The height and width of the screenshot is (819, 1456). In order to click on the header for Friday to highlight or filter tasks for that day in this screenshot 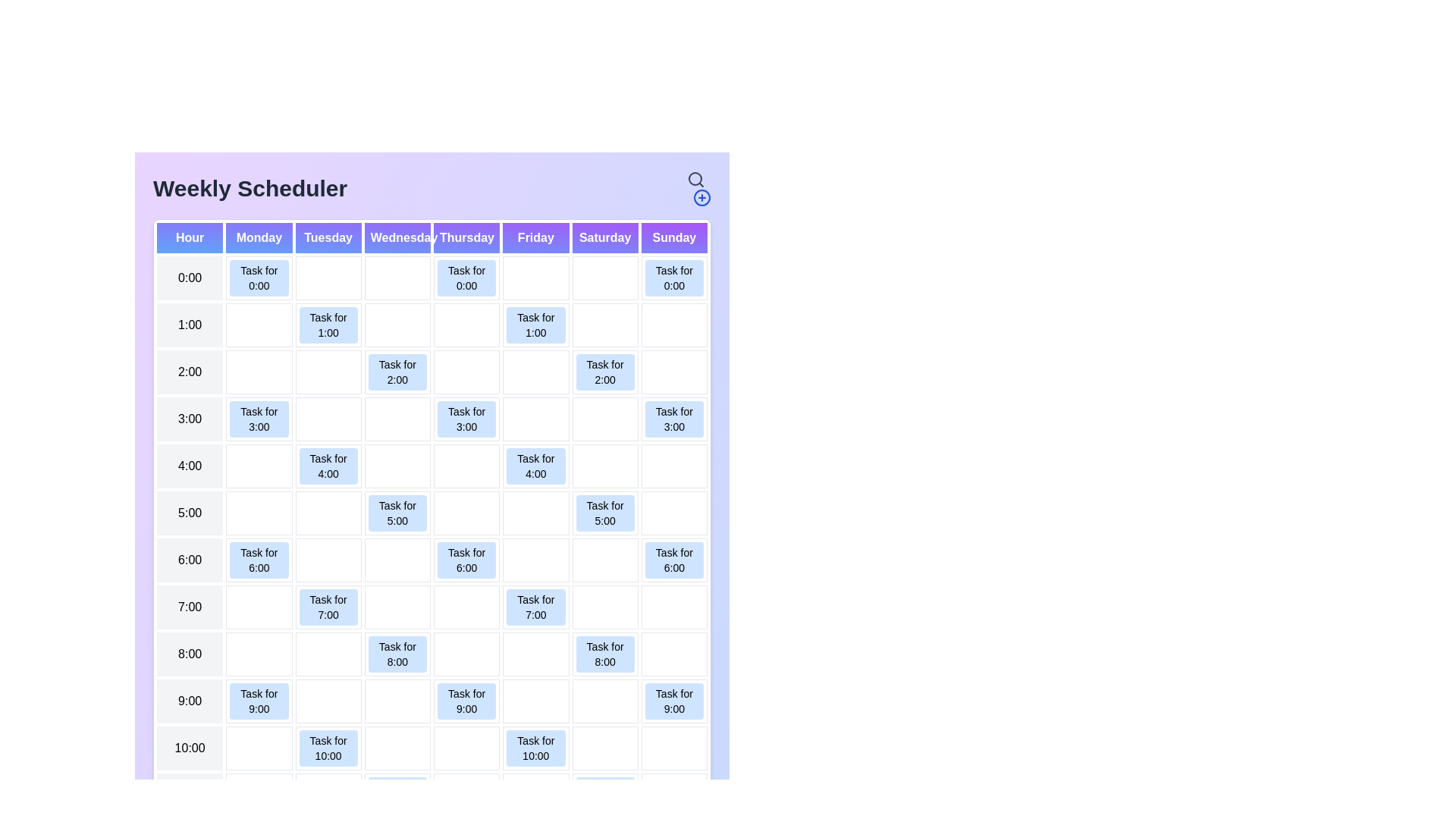, I will do `click(535, 237)`.